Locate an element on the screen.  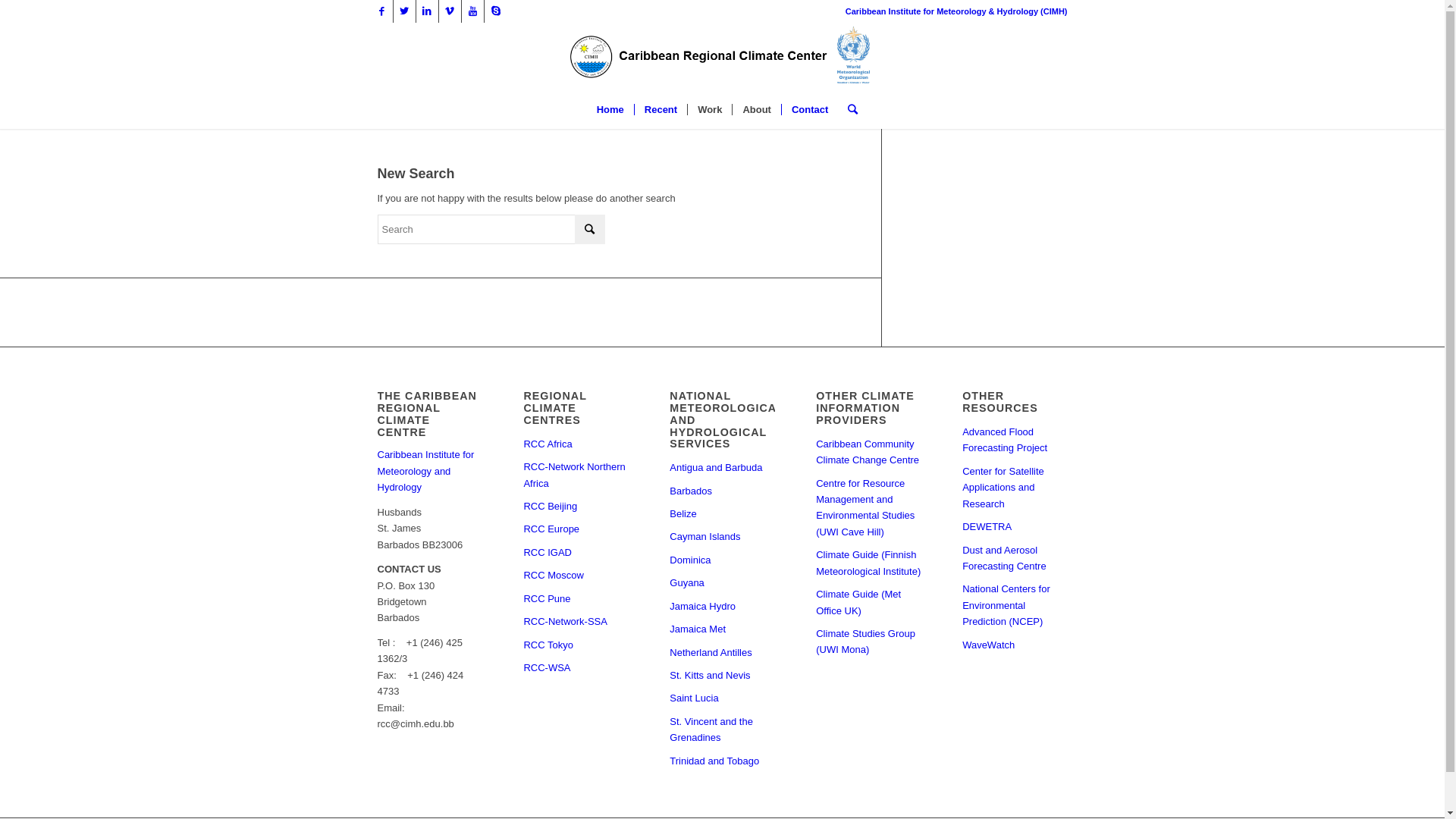
'About' is located at coordinates (756, 109).